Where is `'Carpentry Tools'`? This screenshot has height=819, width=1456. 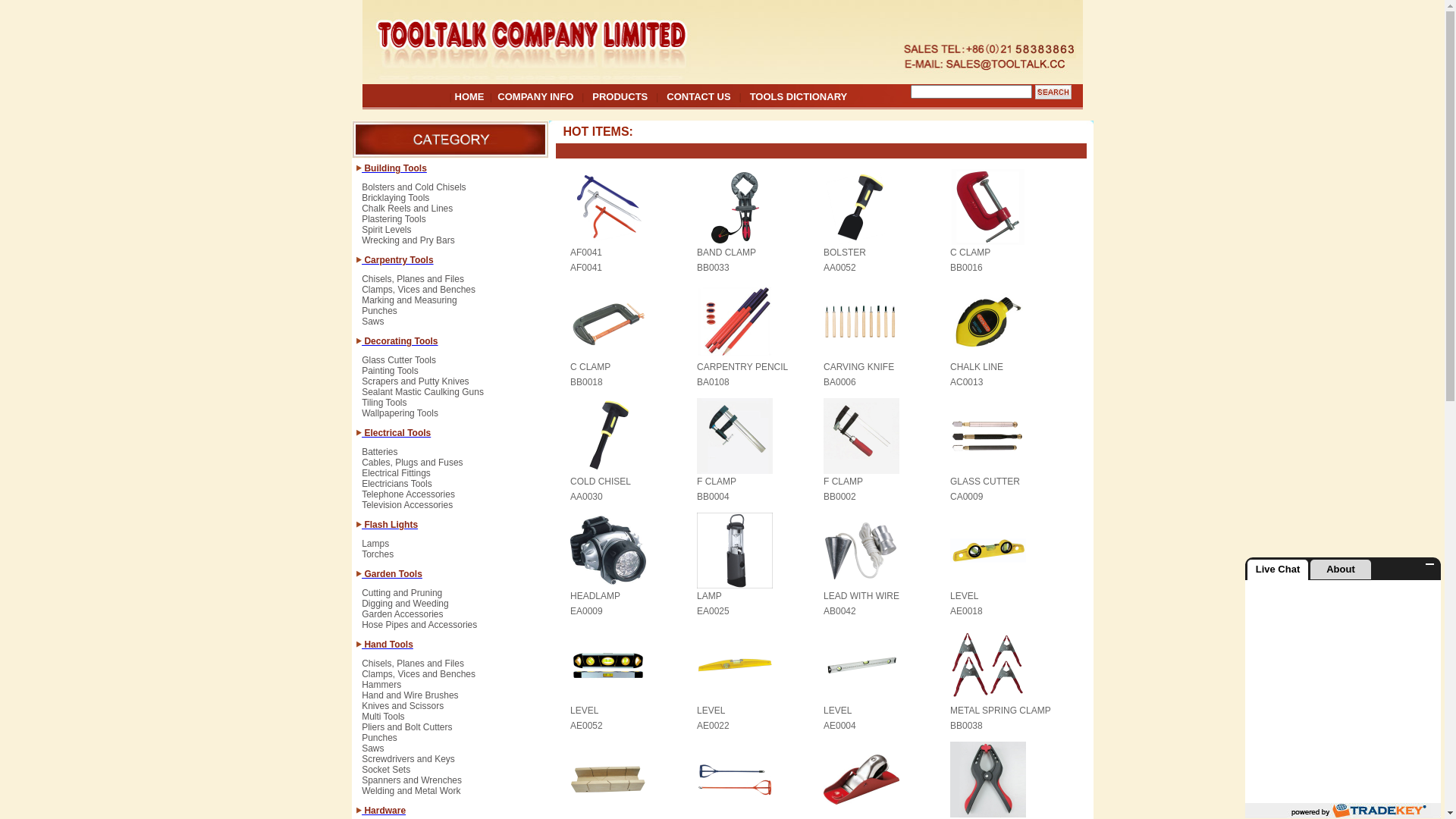
'Carpentry Tools' is located at coordinates (397, 259).